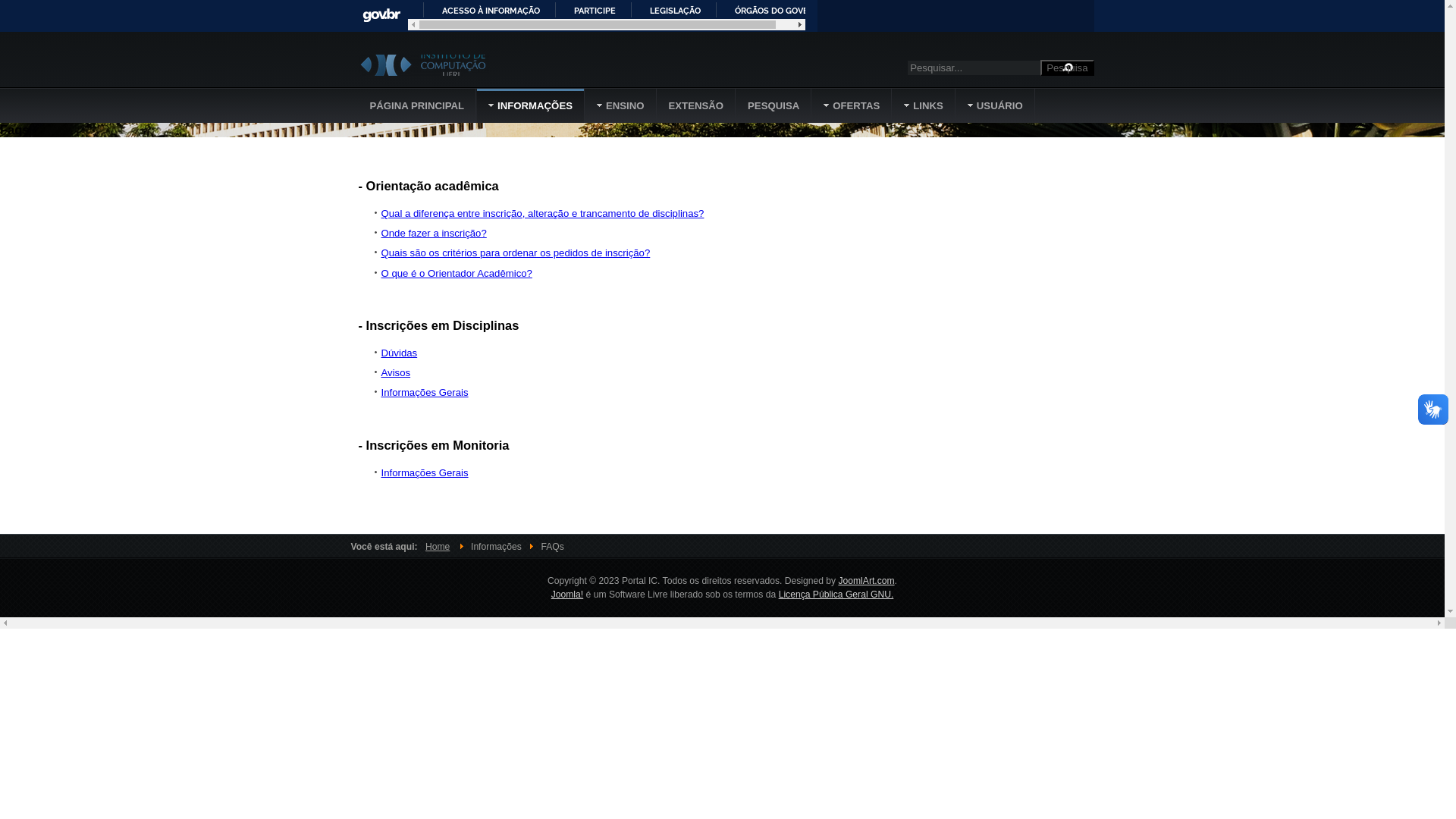  What do you see at coordinates (566, 593) in the screenshot?
I see `'Joomla!'` at bounding box center [566, 593].